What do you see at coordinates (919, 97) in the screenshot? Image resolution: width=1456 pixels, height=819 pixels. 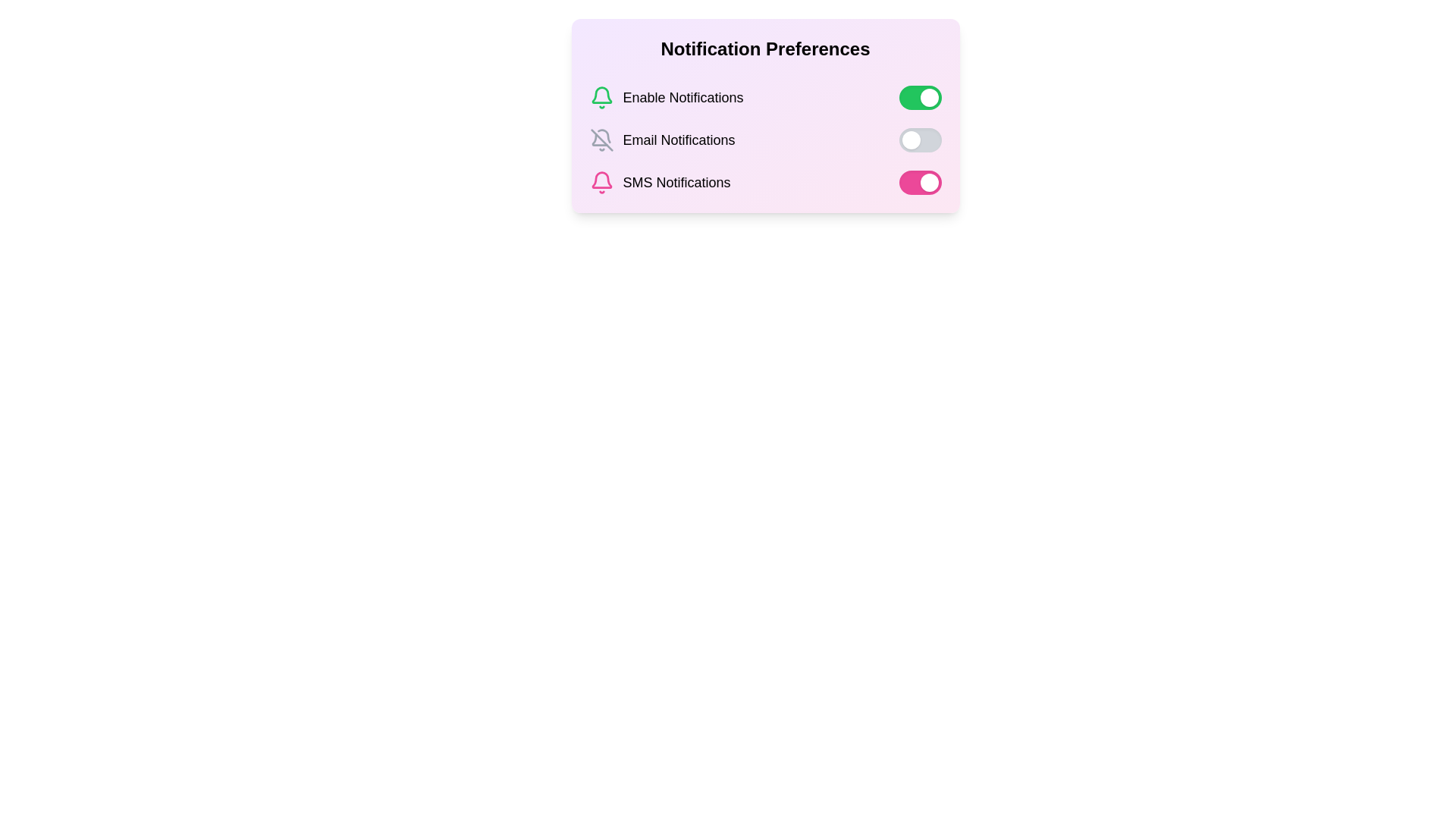 I see `the toggle switch for 'Enable Notifications', which is a rounded rectangular toggle with a green background and a white circular handle` at bounding box center [919, 97].